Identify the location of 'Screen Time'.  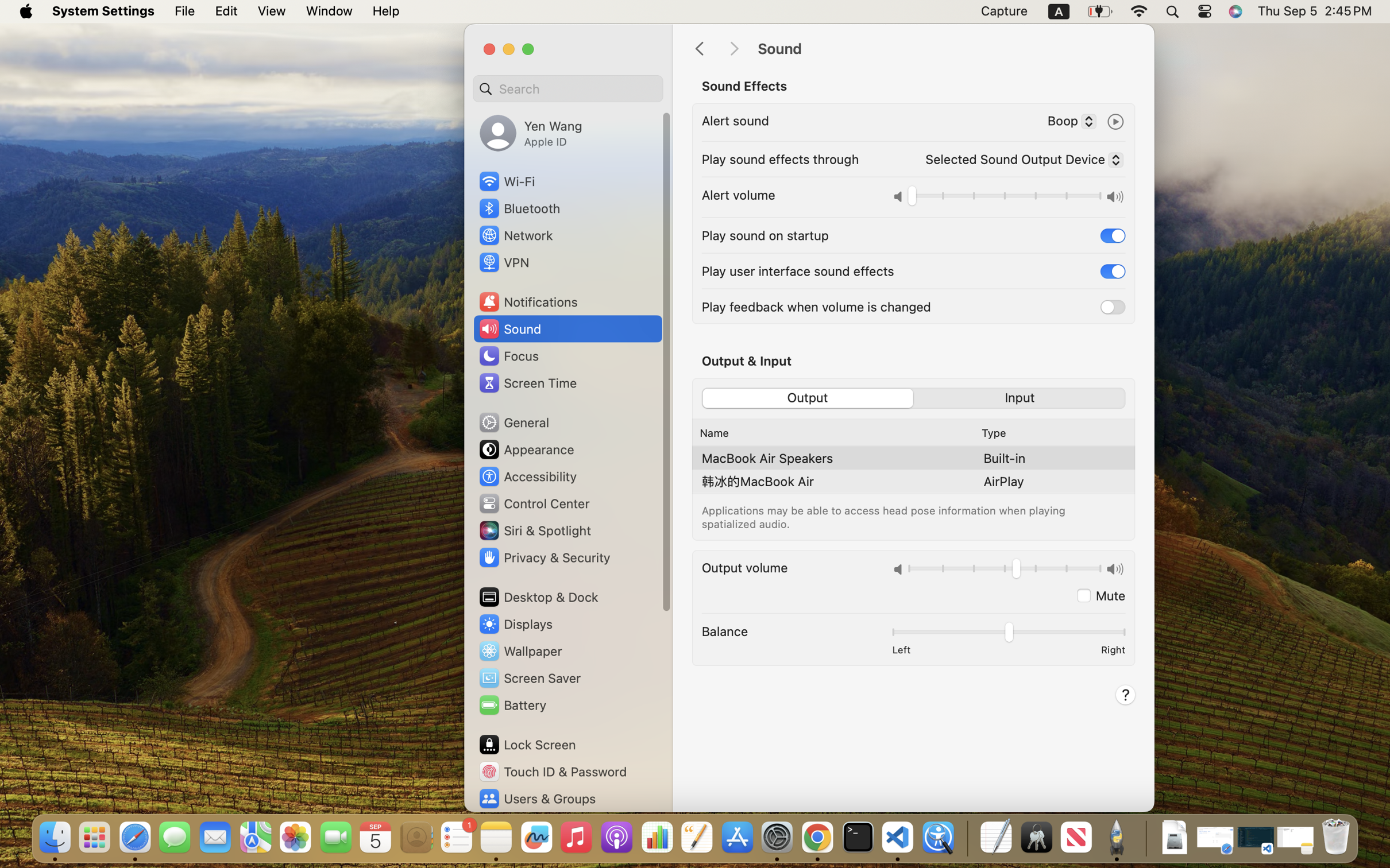
(527, 382).